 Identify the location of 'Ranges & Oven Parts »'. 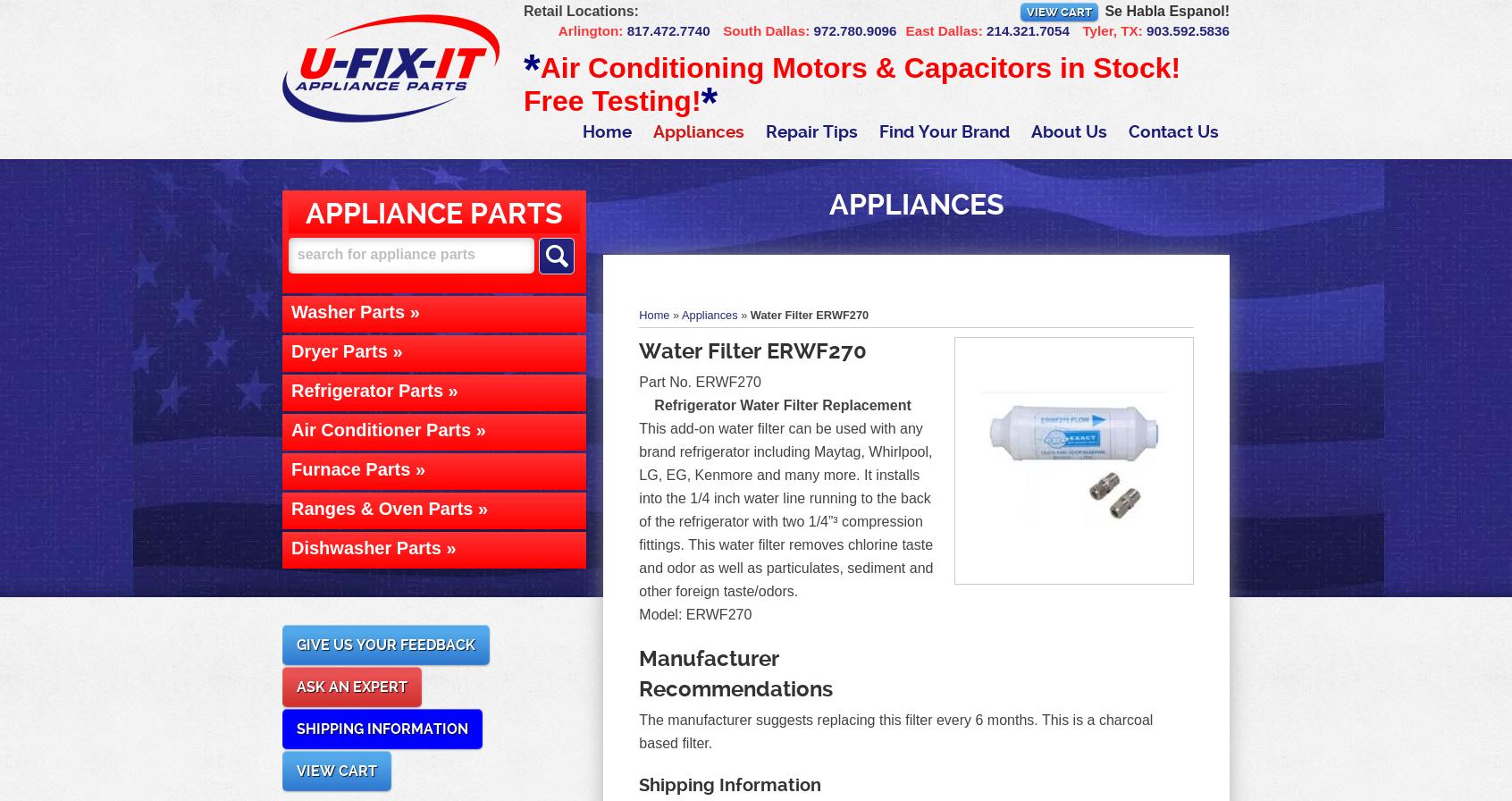
(389, 507).